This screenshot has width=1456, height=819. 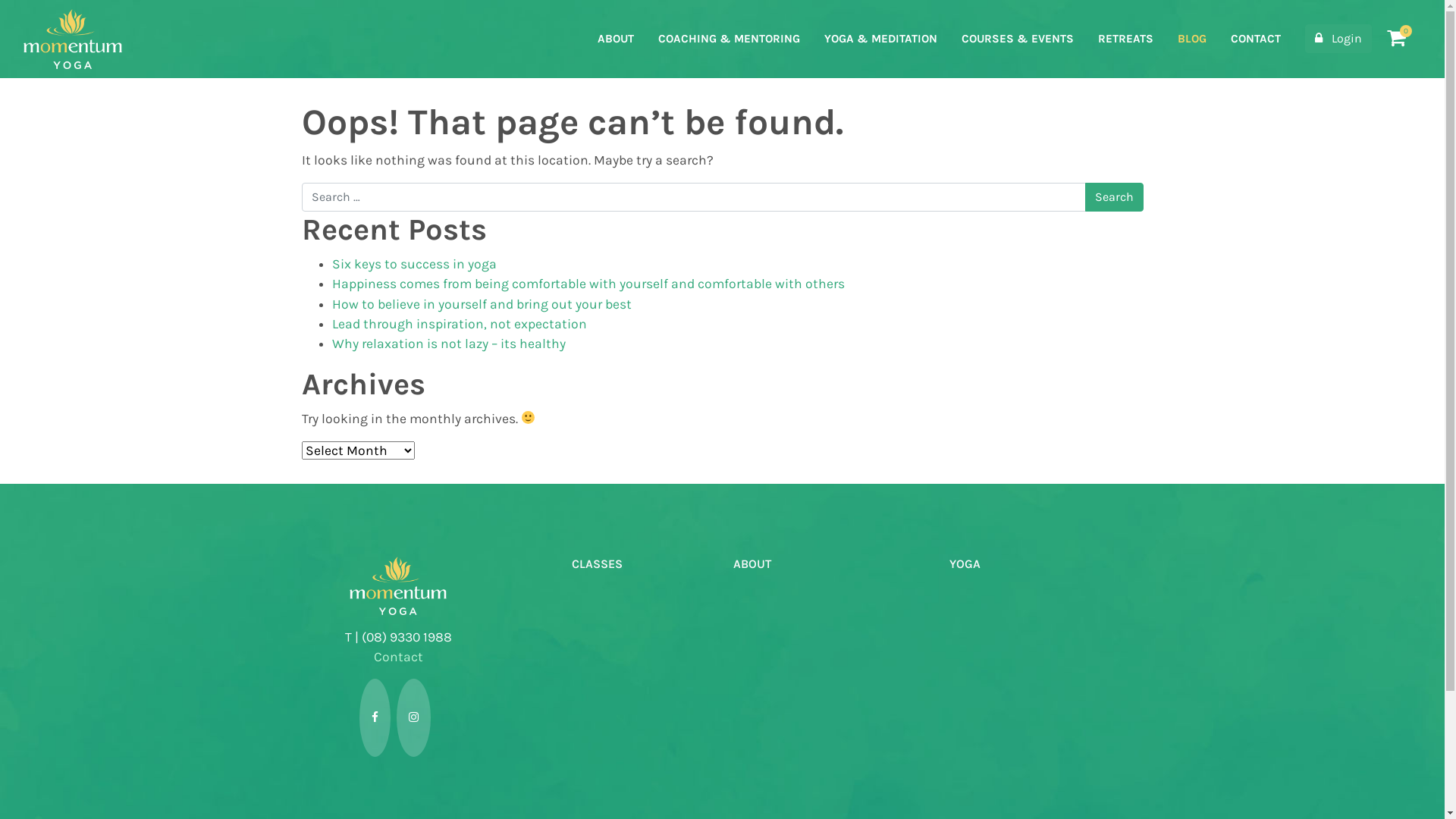 I want to click on 'Contact', so click(x=397, y=656).